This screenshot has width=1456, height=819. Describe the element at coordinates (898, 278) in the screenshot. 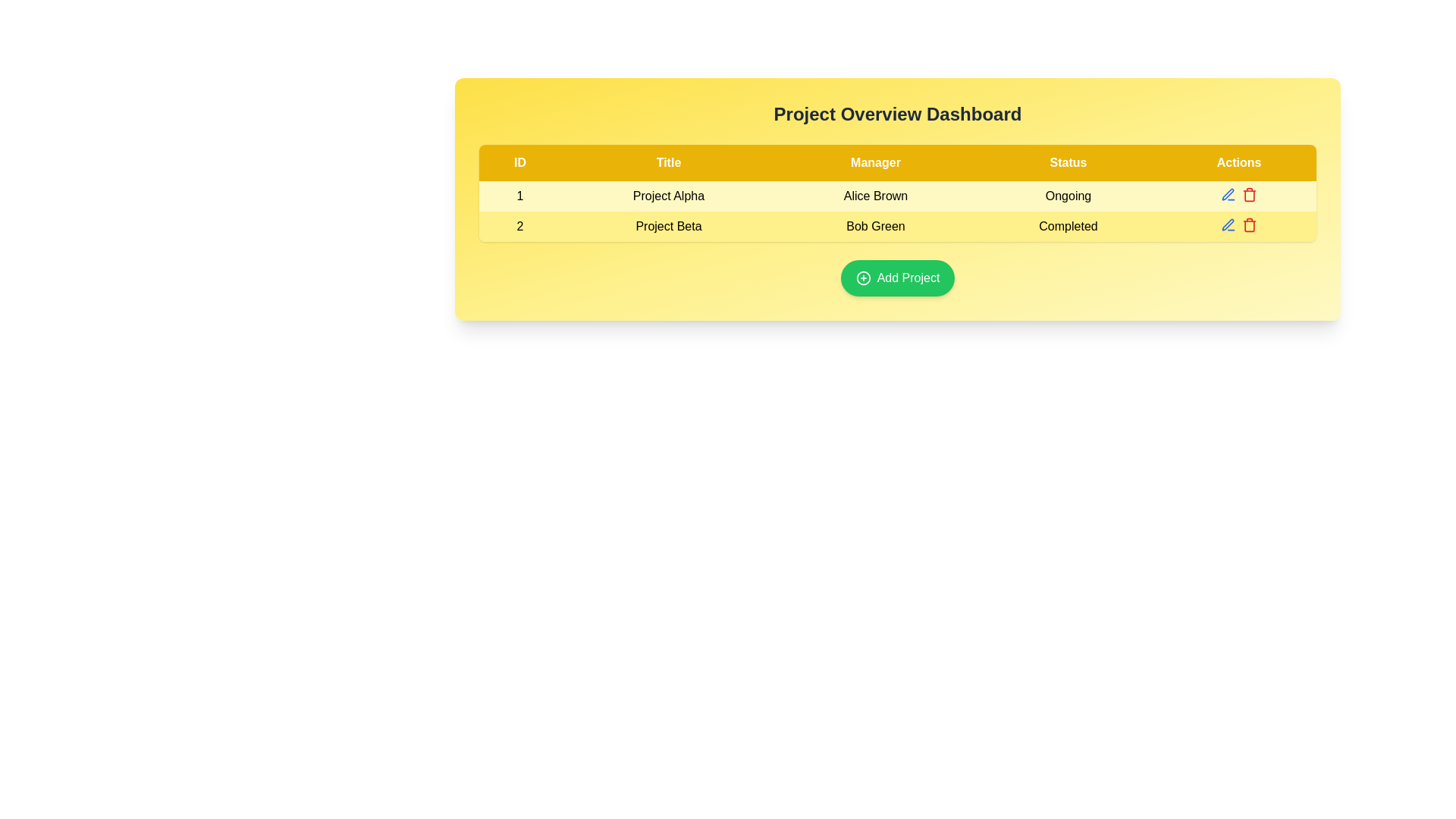

I see `the green rounded button with a plus sign icon and 'Add Project' text to initiate adding a project` at that location.